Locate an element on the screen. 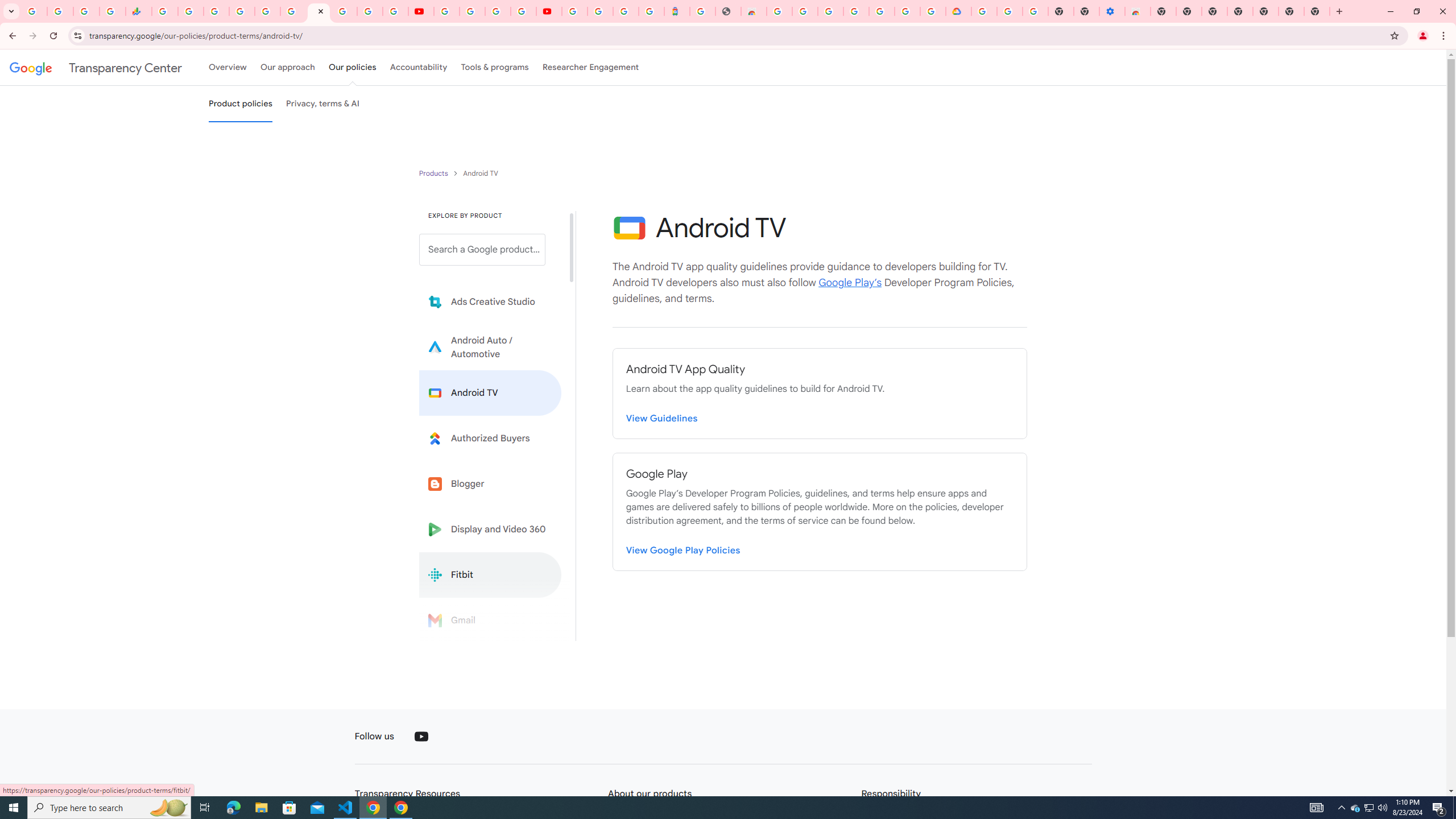  'Tools & programs' is located at coordinates (494, 67).